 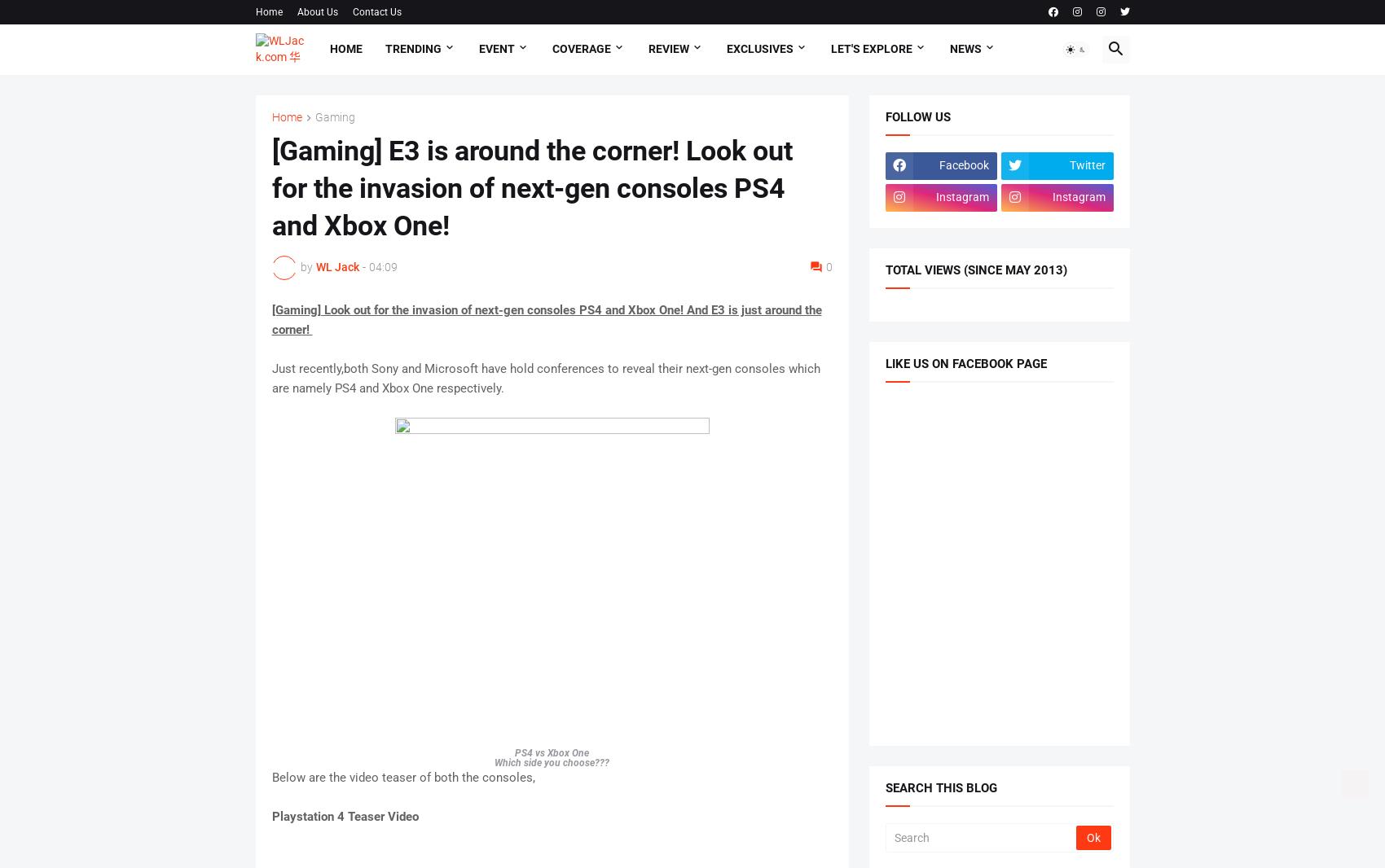 What do you see at coordinates (545, 378) in the screenshot?
I see `'Just recently,both Sony and Microsoft have hold conferences to reveal their next-gen consoles which are namely PS4 and Xbox One respectively.'` at bounding box center [545, 378].